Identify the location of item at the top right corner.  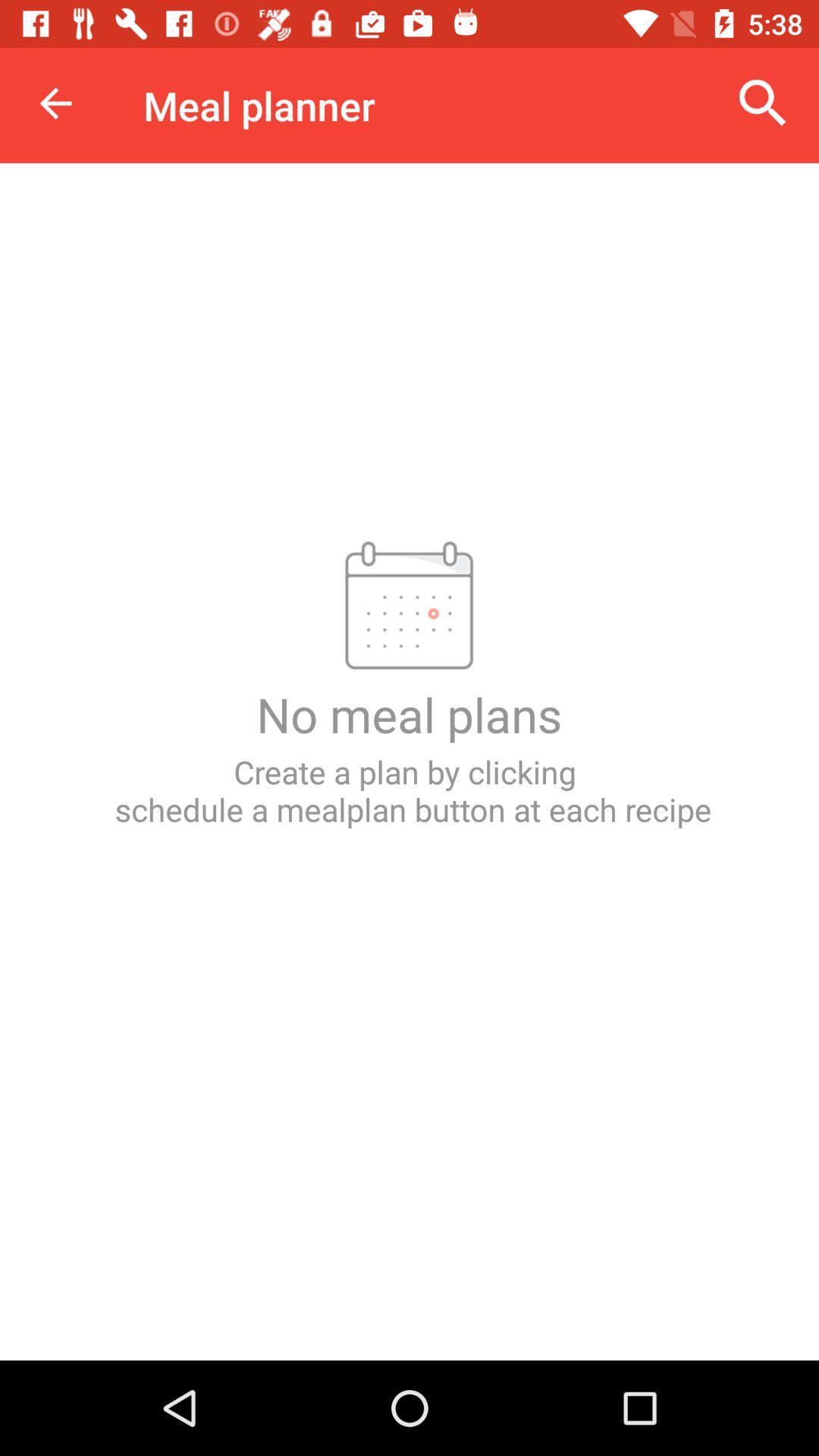
(763, 102).